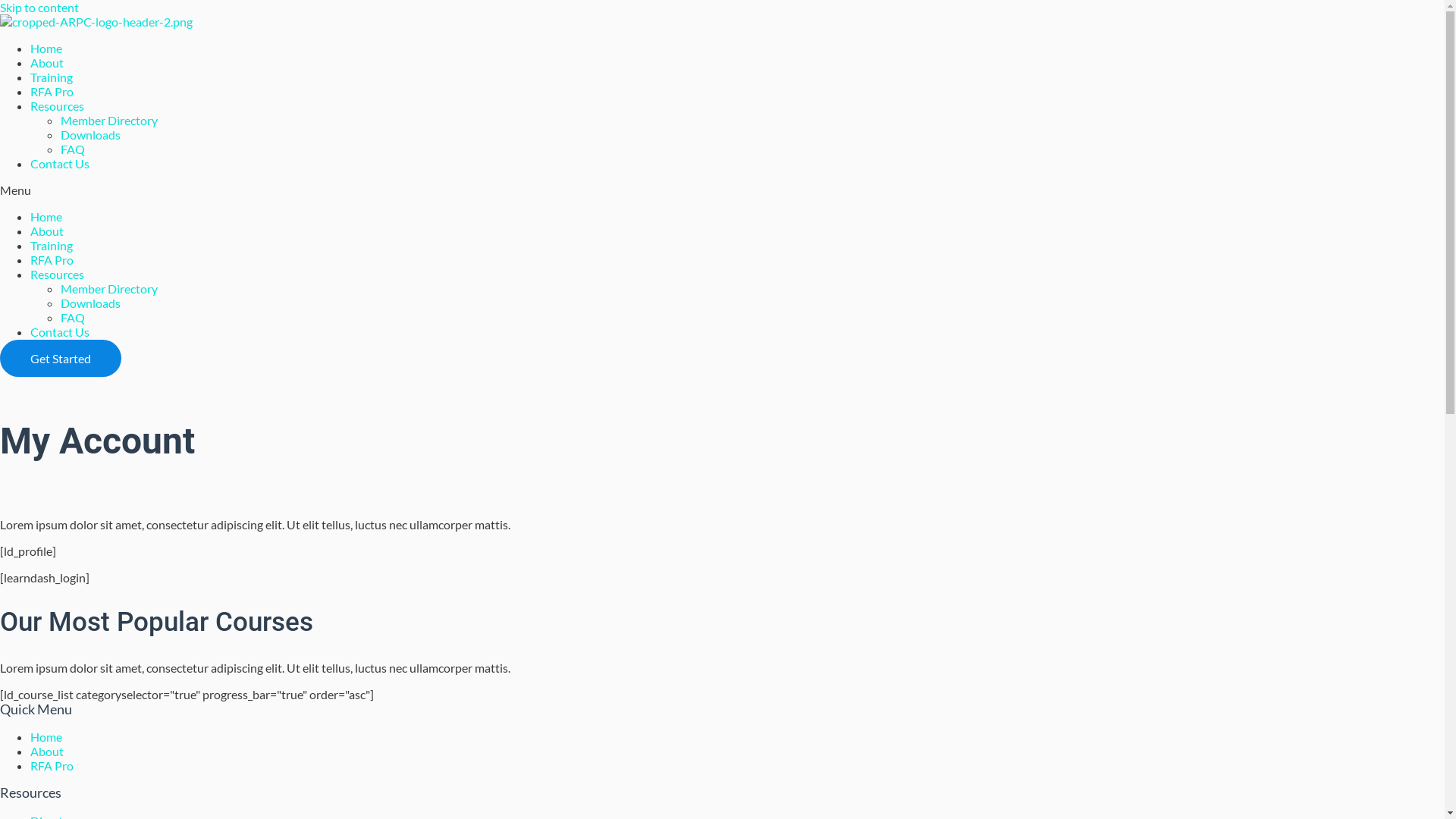  I want to click on 'About', so click(47, 751).